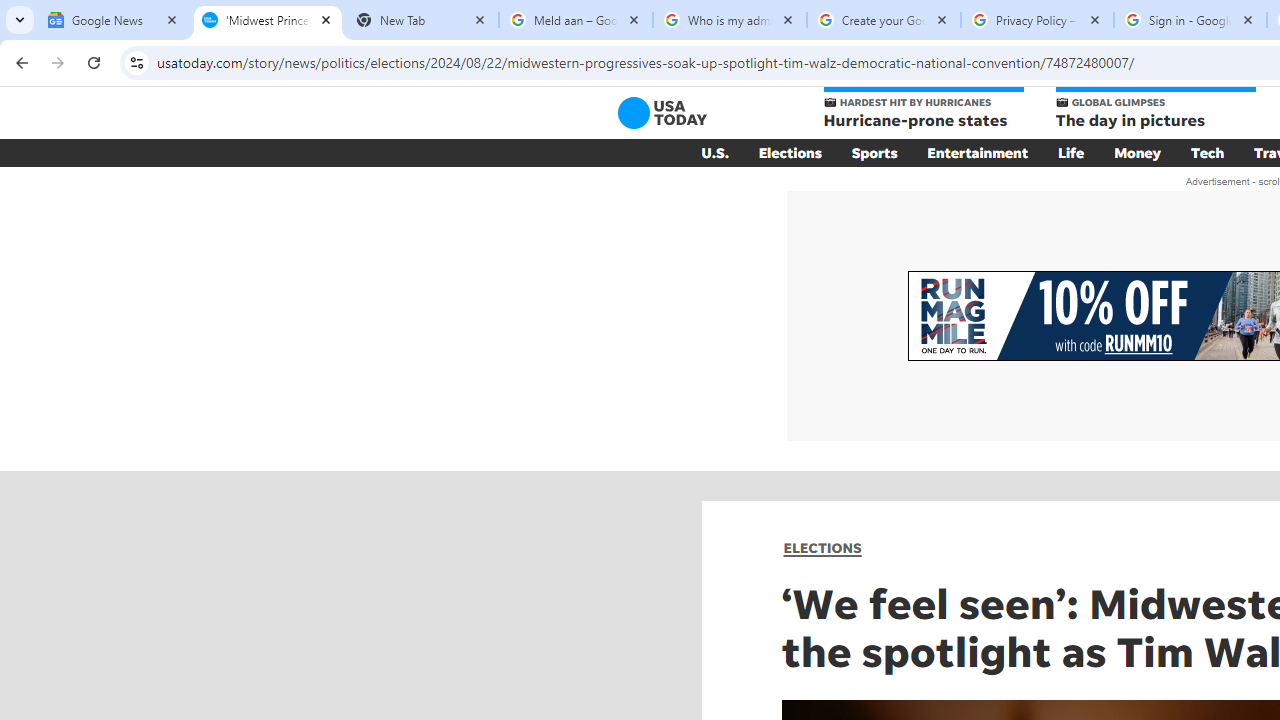  What do you see at coordinates (135, 61) in the screenshot?
I see `'View site information'` at bounding box center [135, 61].